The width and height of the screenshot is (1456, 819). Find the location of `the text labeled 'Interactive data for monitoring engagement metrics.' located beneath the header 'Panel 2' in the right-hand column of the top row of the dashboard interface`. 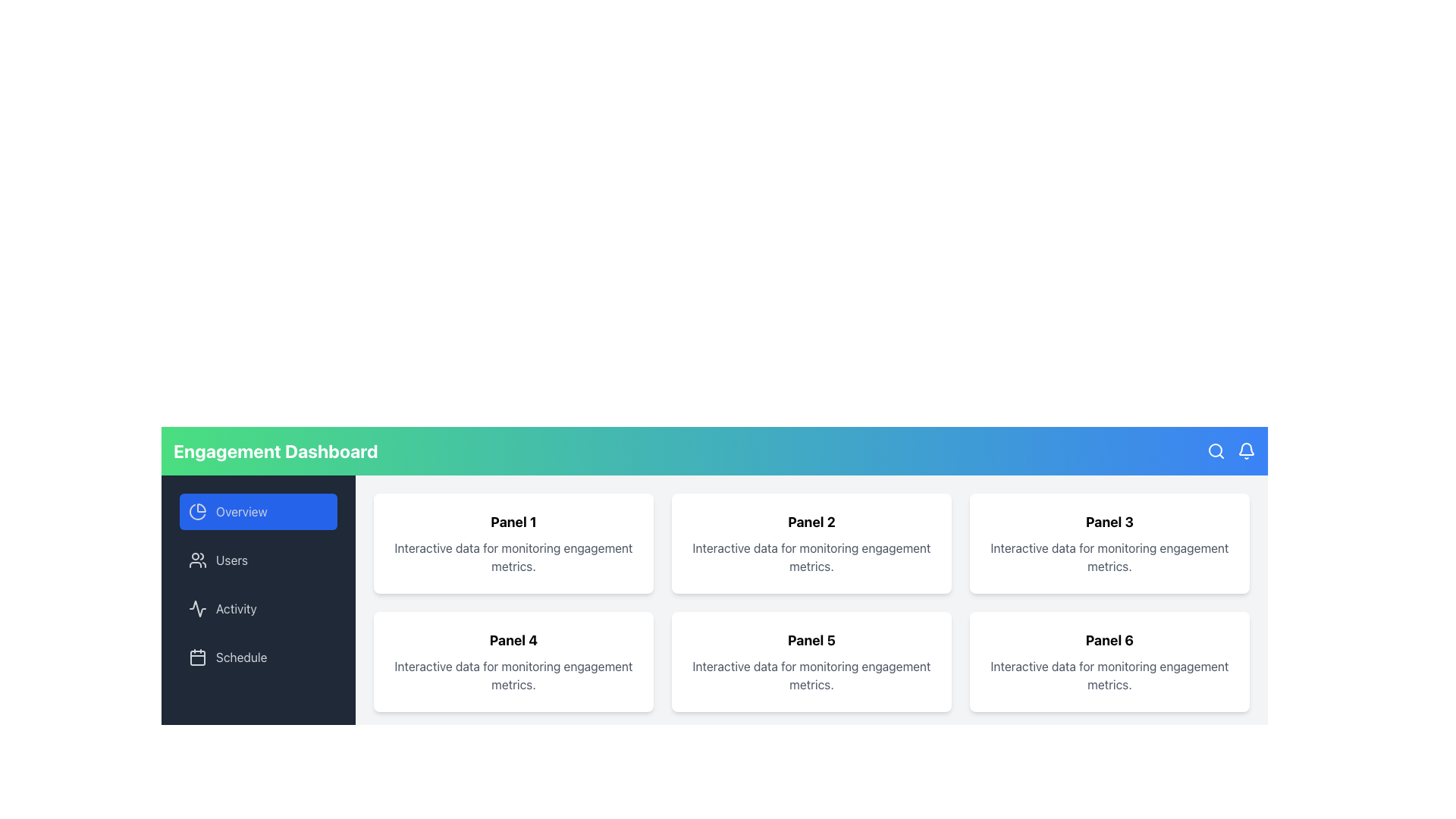

the text labeled 'Interactive data for monitoring engagement metrics.' located beneath the header 'Panel 2' in the right-hand column of the top row of the dashboard interface is located at coordinates (811, 557).